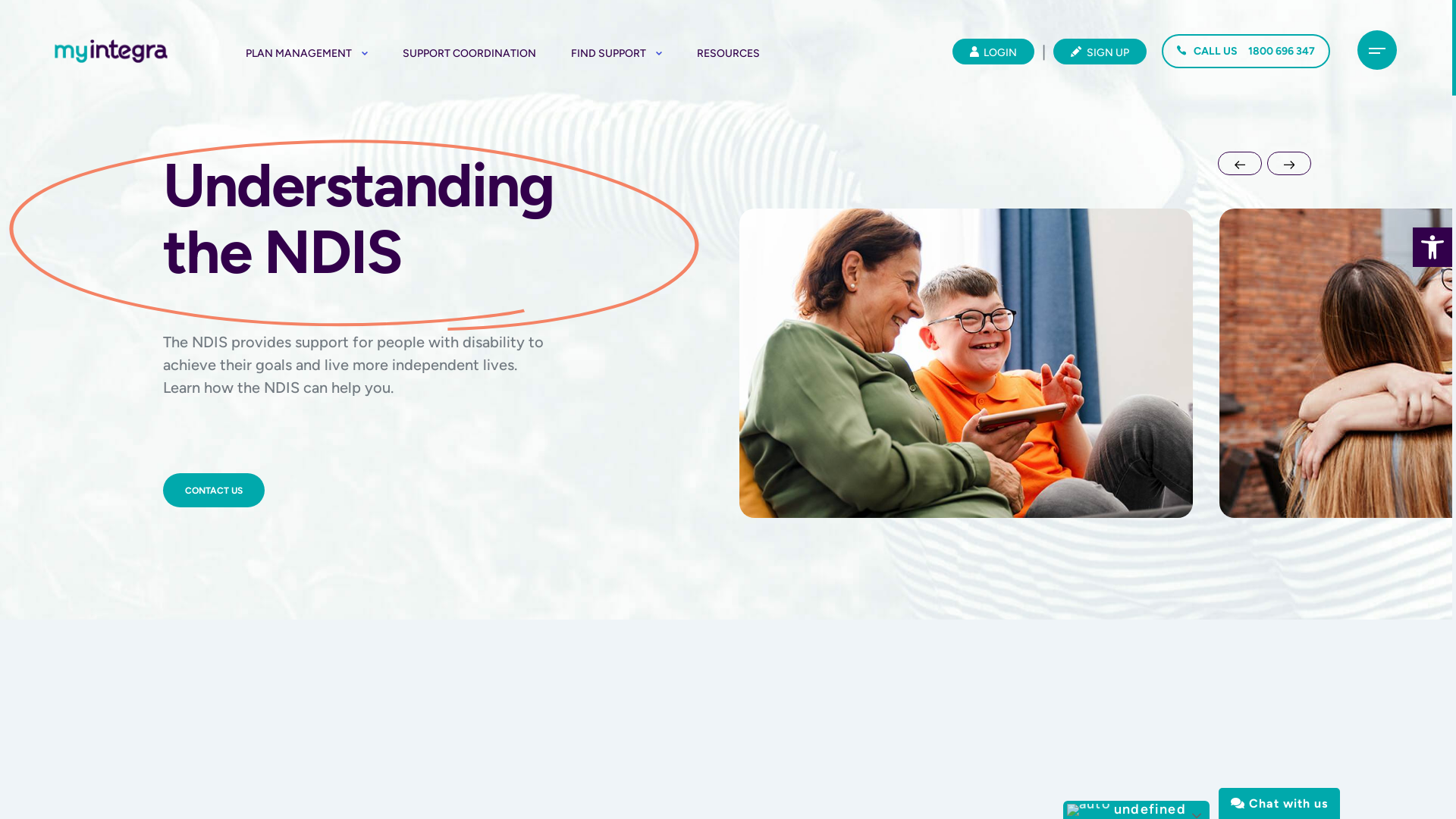 The height and width of the screenshot is (819, 1456). I want to click on 'CONTACT US', so click(213, 490).